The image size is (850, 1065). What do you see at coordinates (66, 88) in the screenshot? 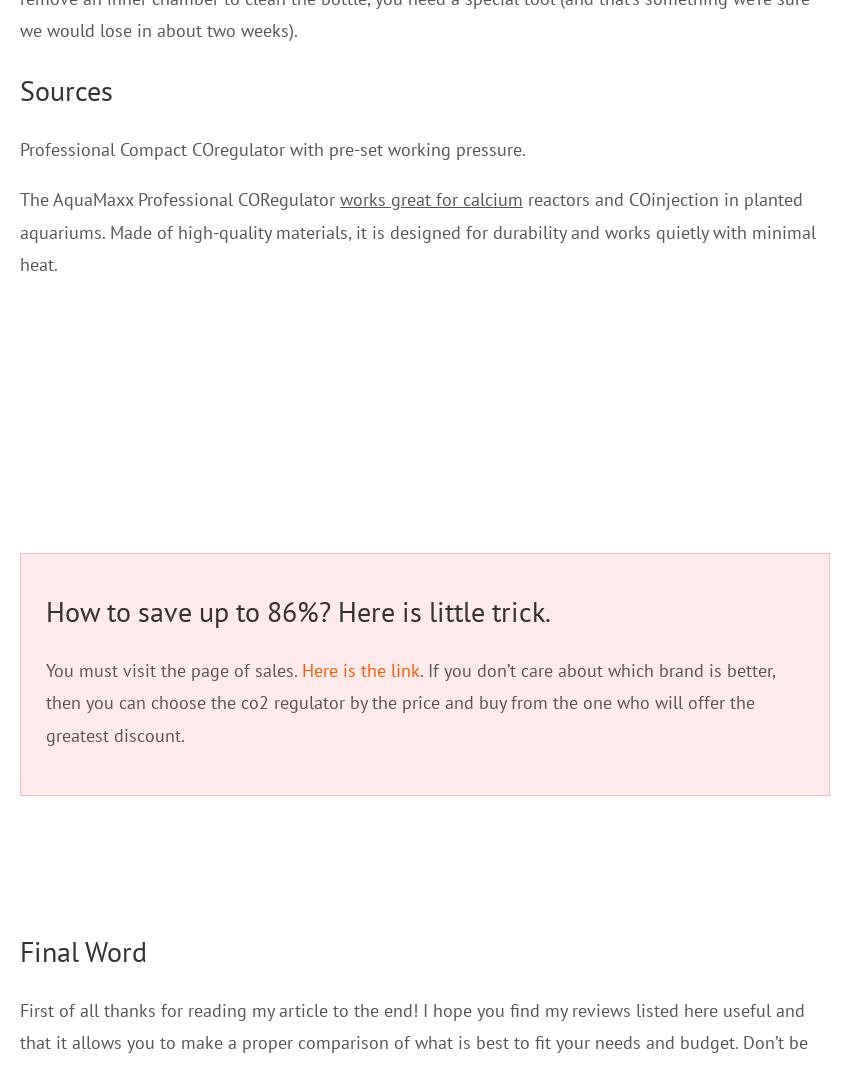
I see `'Sources'` at bounding box center [66, 88].